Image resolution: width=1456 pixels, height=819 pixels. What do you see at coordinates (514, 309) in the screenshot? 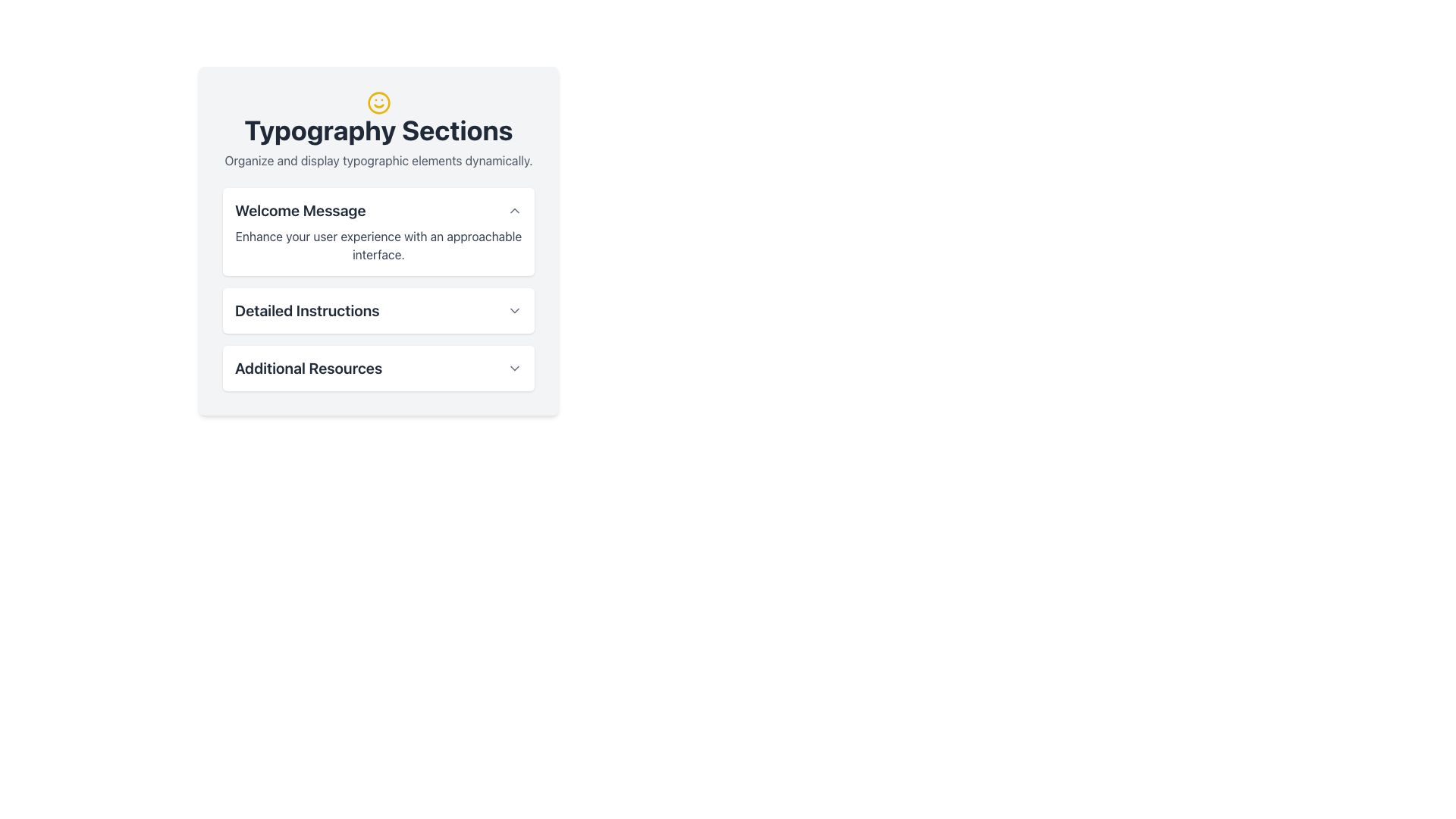
I see `the interactive chevron icon located to the far right of the 'Detailed Instructions' heading to alter its visual state` at bounding box center [514, 309].